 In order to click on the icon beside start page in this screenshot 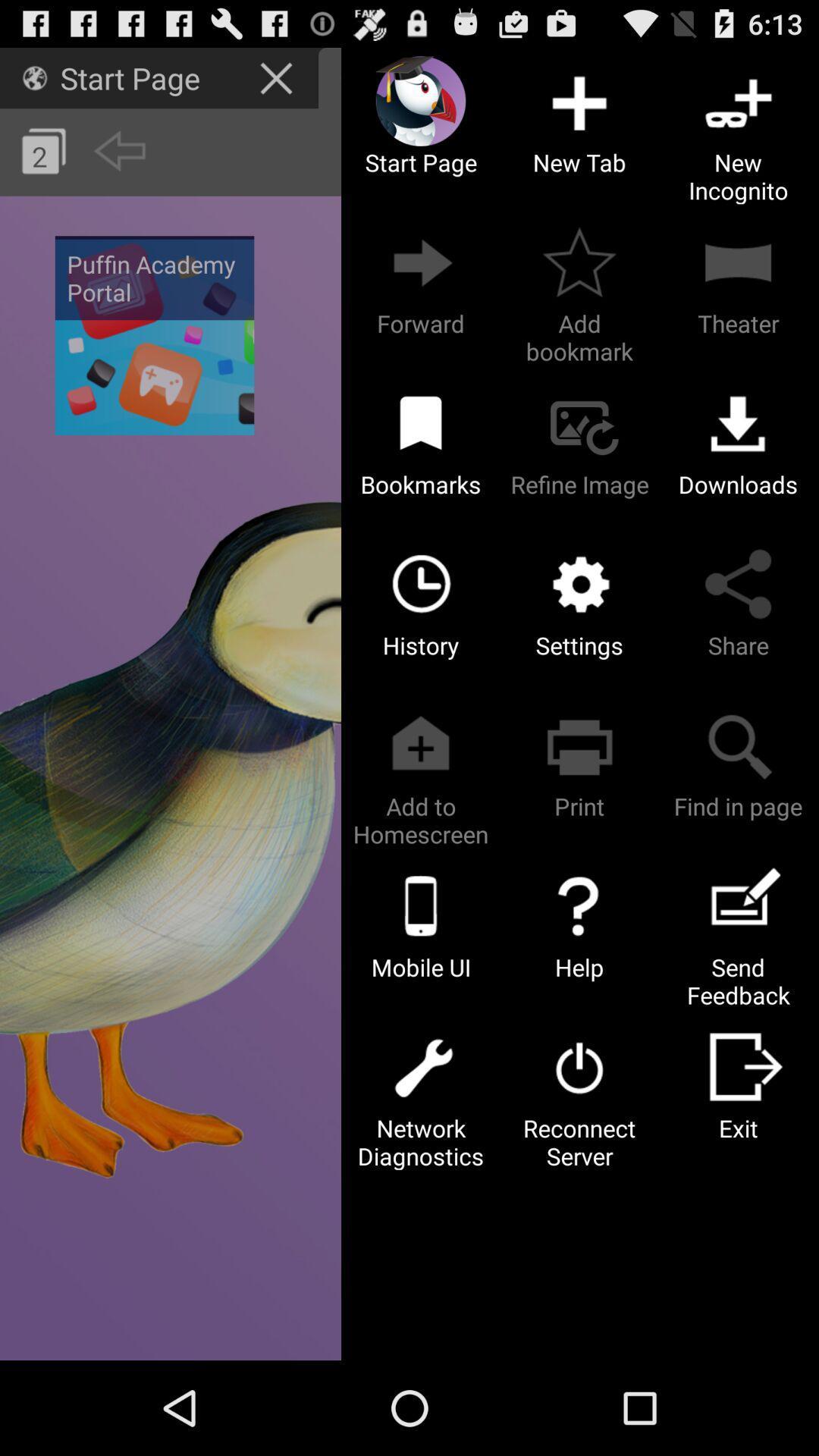, I will do `click(34, 77)`.